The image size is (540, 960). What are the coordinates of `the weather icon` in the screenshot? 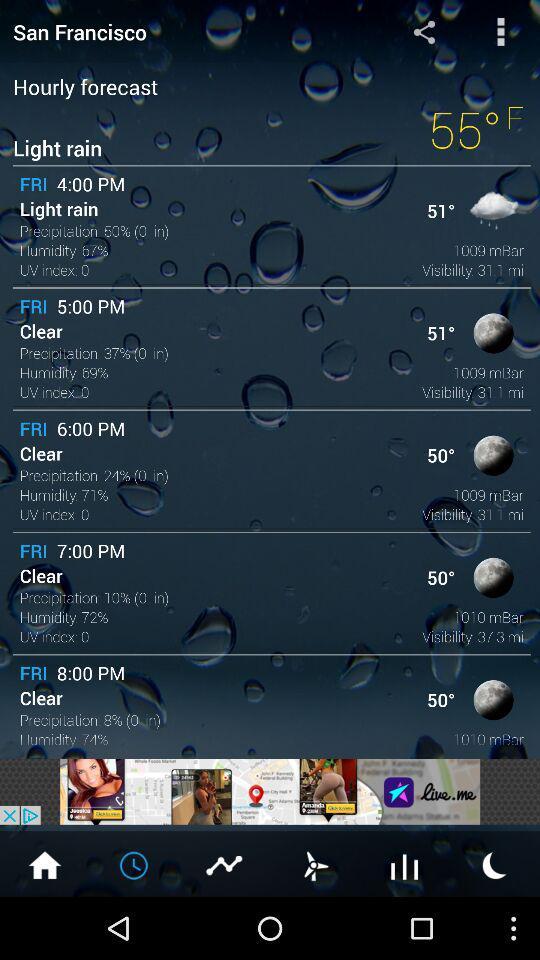 It's located at (314, 925).